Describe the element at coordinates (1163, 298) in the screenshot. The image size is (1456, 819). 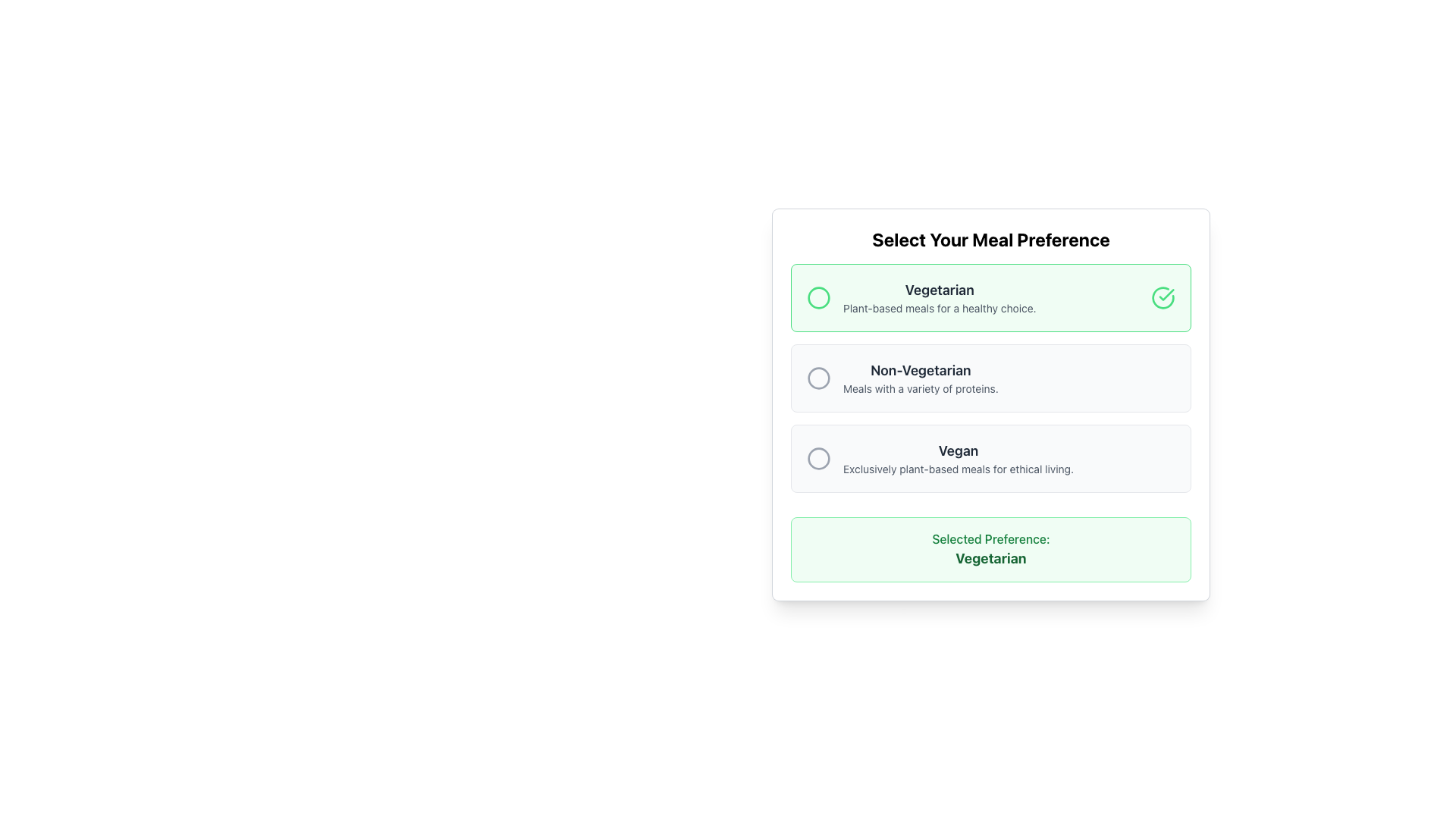
I see `the checkmark icon within the Vegetarian option card that indicates the selection of the Vegetarian option` at that location.